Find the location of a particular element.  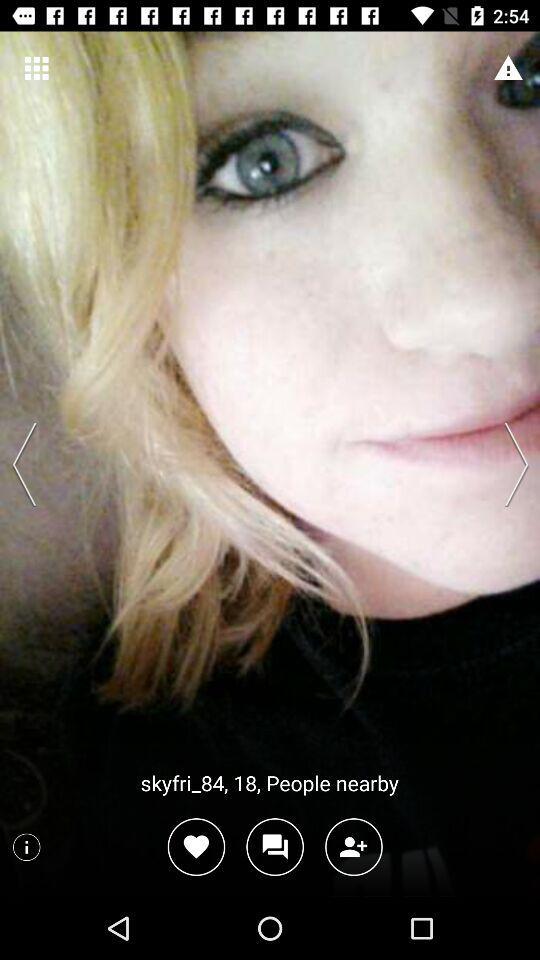

the item below skyfri_84 18 people icon is located at coordinates (353, 846).